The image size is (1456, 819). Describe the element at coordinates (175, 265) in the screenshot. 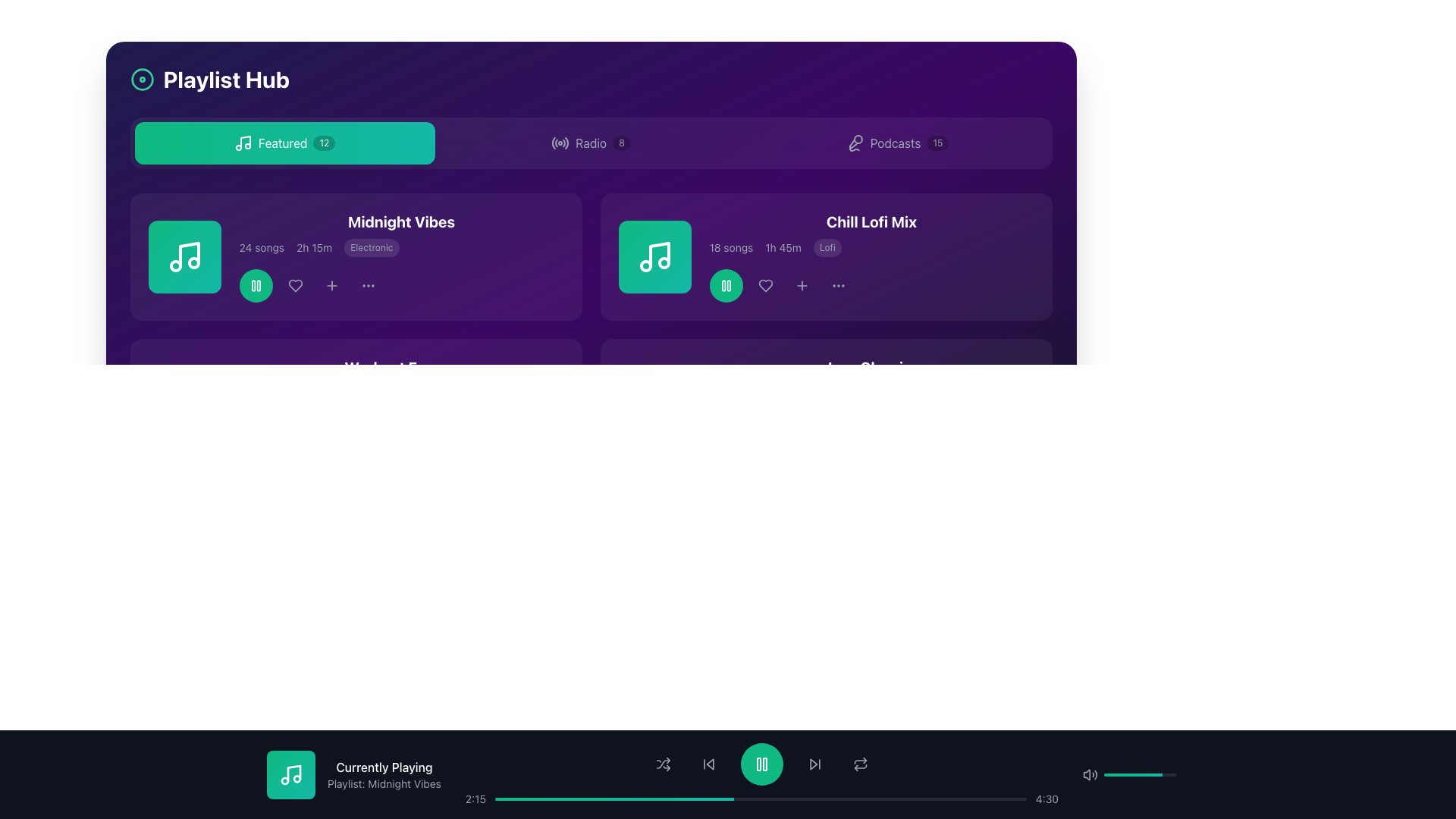

I see `the first small circular shape with a green outline located within the SVG icon of a musical note, positioned towards the bottom-left corner of the icon` at that location.